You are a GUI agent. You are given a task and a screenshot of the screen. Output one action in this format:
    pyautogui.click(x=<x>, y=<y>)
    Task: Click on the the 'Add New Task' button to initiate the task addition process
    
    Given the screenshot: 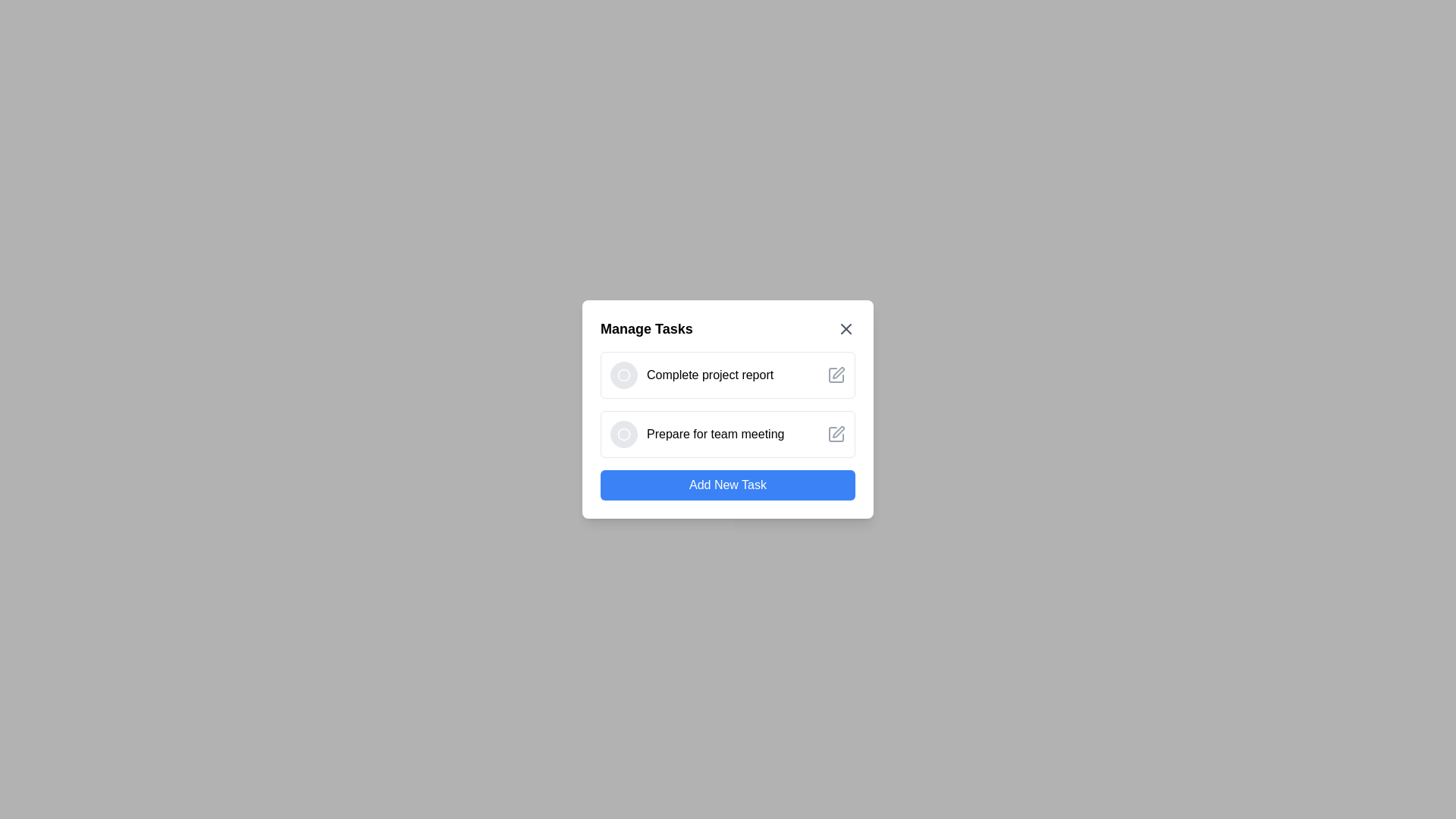 What is the action you would take?
    pyautogui.click(x=728, y=485)
    